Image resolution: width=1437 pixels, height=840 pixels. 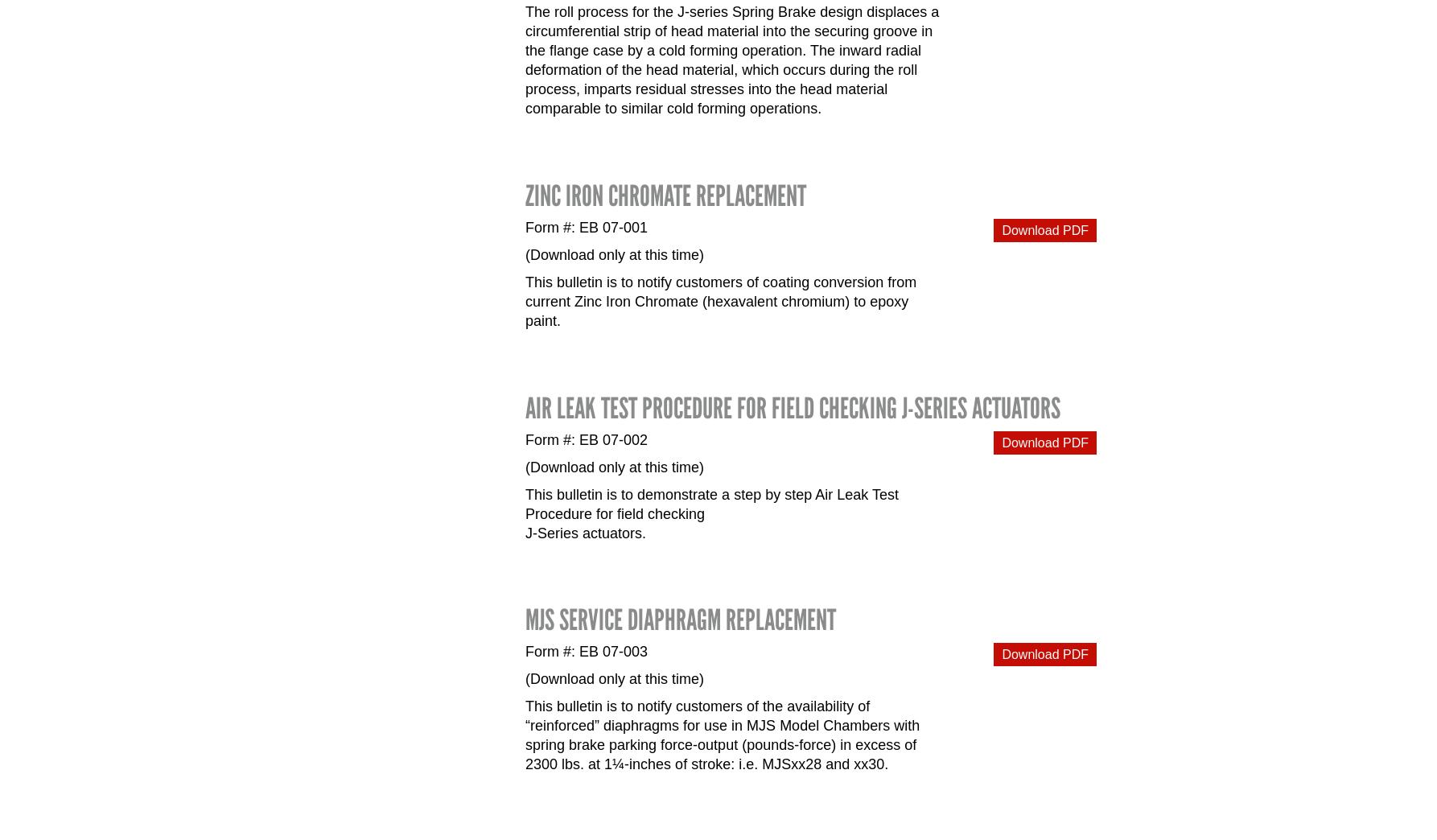 What do you see at coordinates (665, 195) in the screenshot?
I see `'Zinc Iron Chromate Replacement'` at bounding box center [665, 195].